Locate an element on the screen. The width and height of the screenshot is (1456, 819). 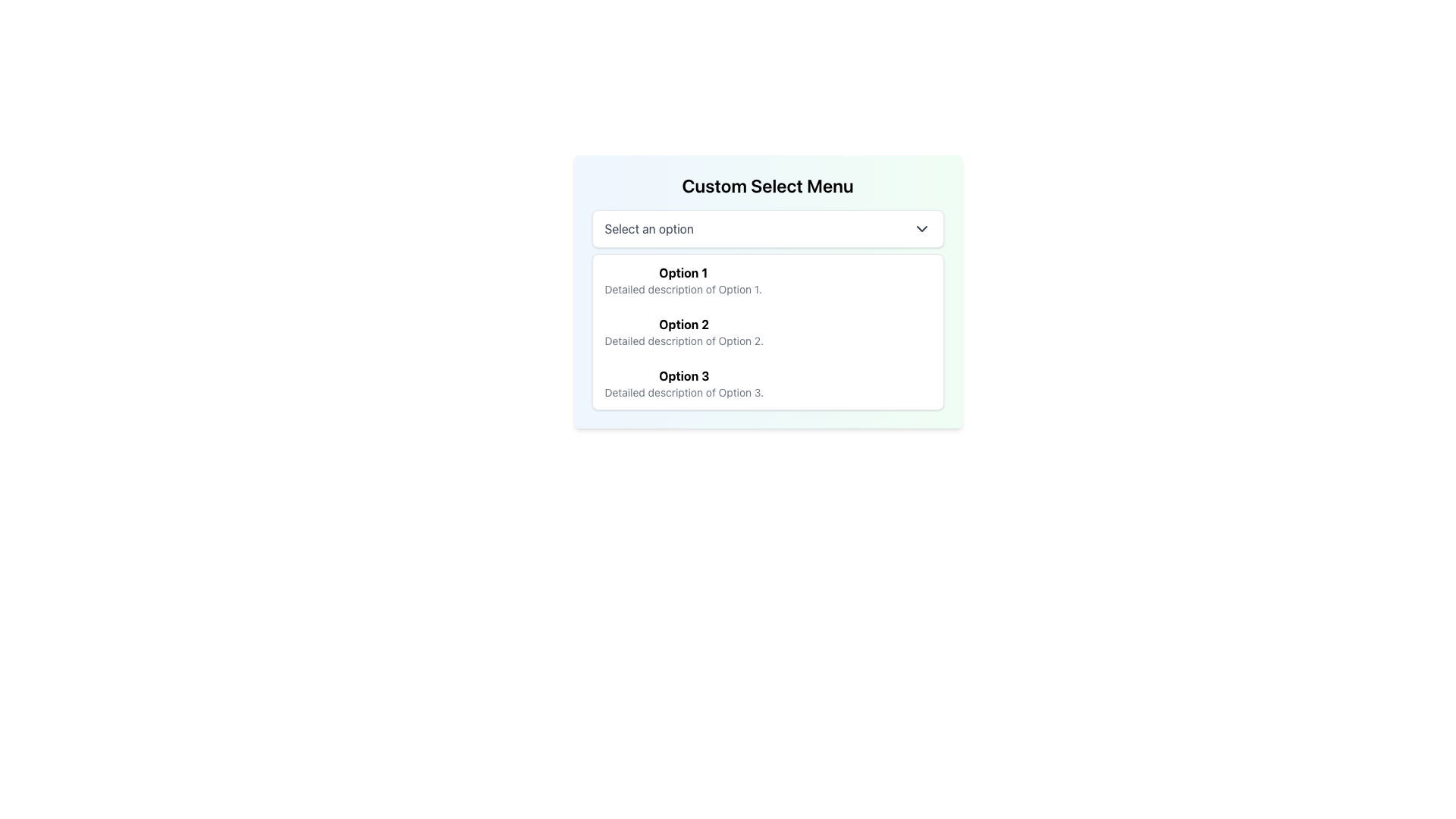
the line of text styled with a smaller font size and gray color that provides additional information about 'Option 1' in the dropdown menu is located at coordinates (682, 289).